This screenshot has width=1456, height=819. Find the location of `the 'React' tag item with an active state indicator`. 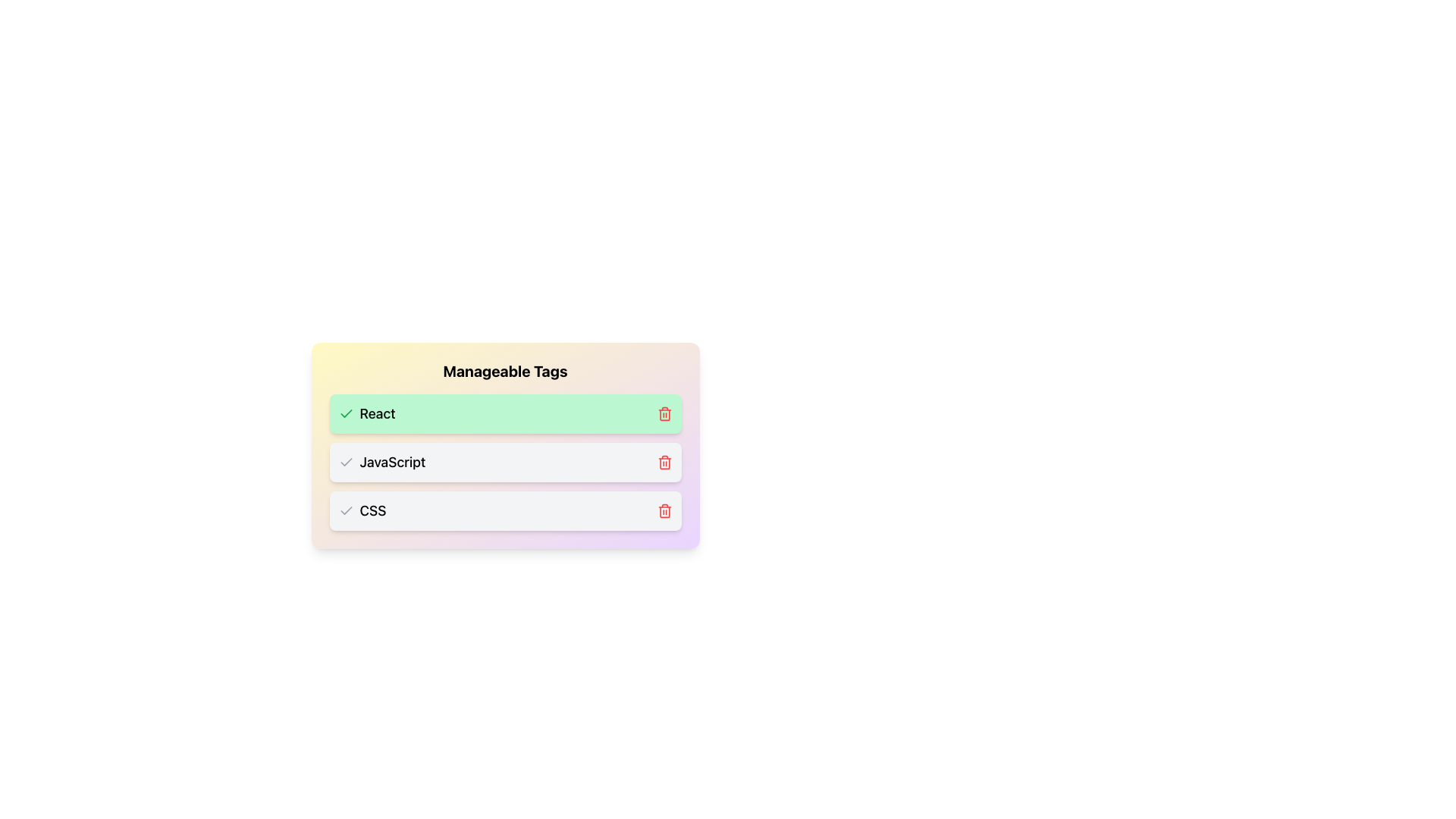

the 'React' tag item with an active state indicator is located at coordinates (367, 414).